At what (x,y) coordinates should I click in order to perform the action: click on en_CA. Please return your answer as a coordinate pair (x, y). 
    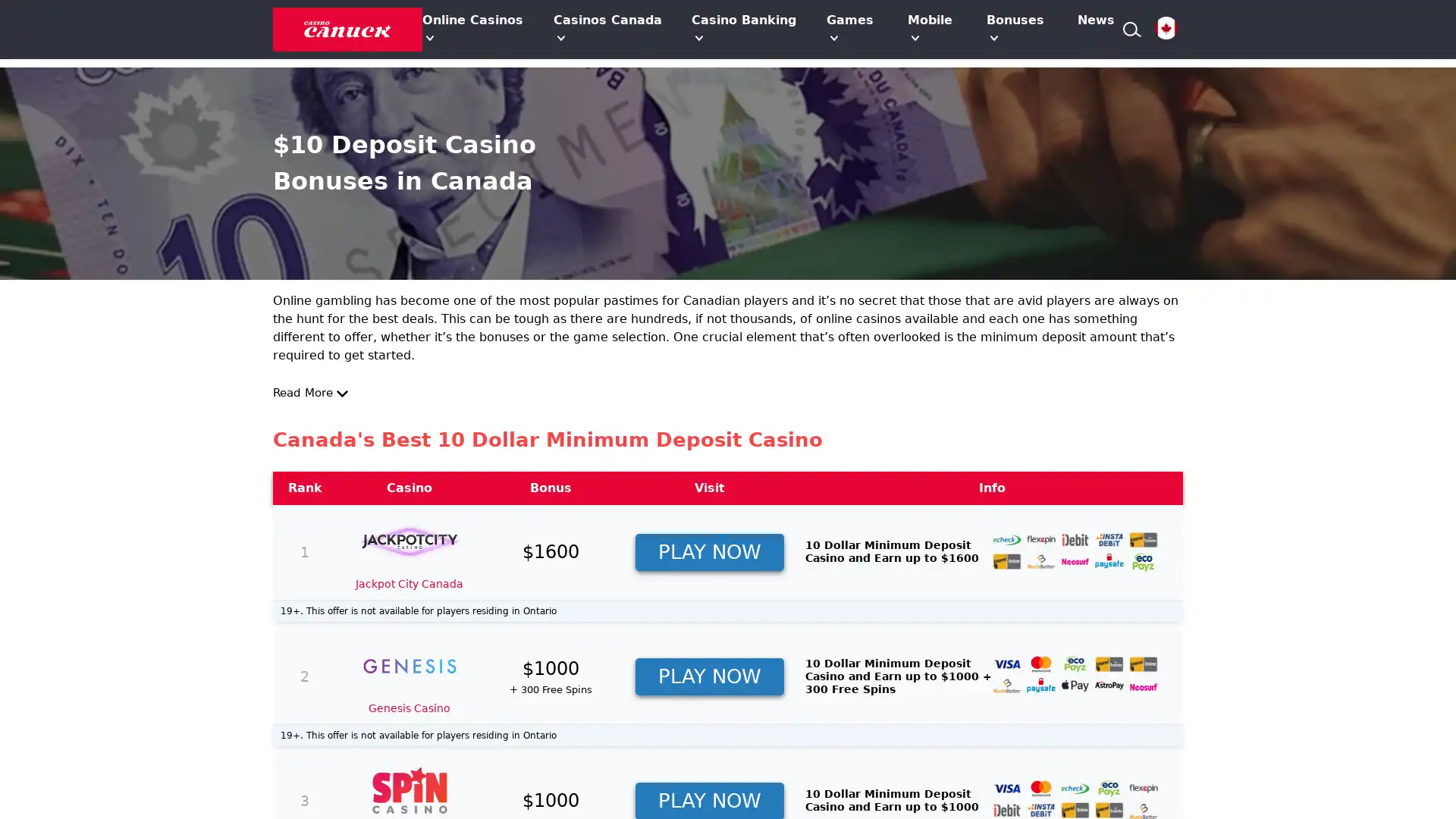
    Looking at the image, I should click on (1165, 29).